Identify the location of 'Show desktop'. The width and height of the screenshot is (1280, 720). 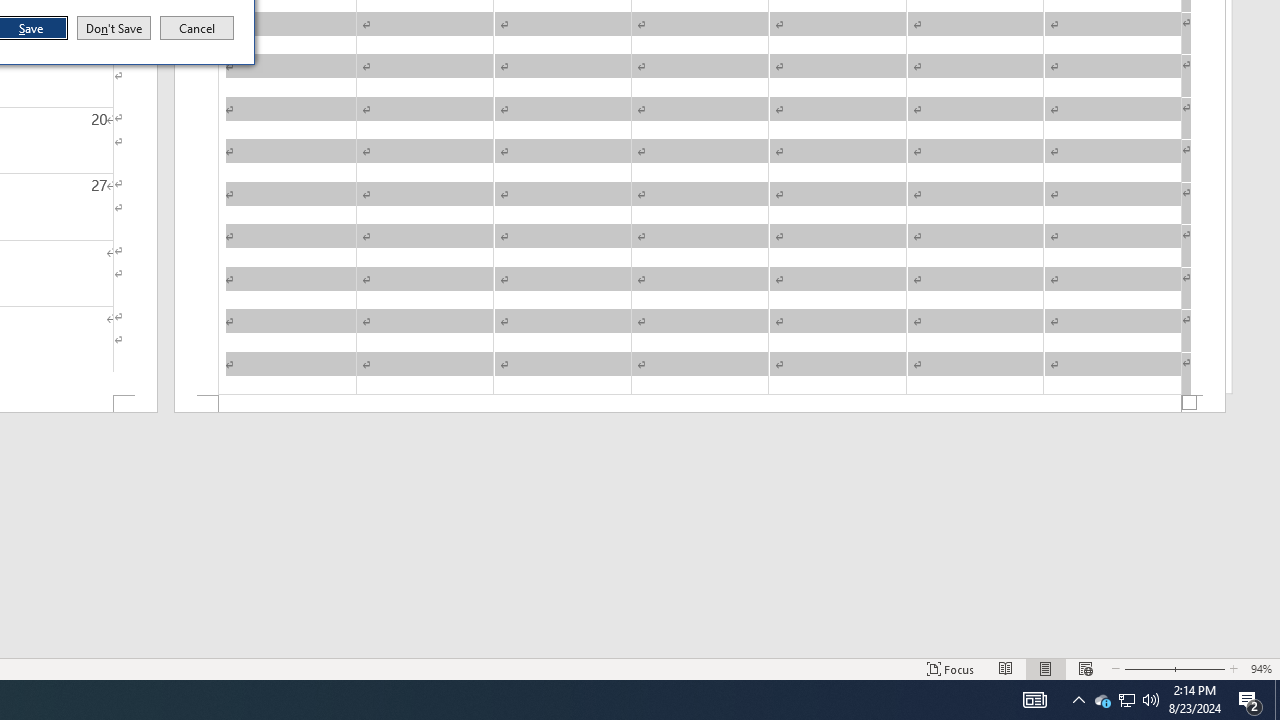
(1276, 698).